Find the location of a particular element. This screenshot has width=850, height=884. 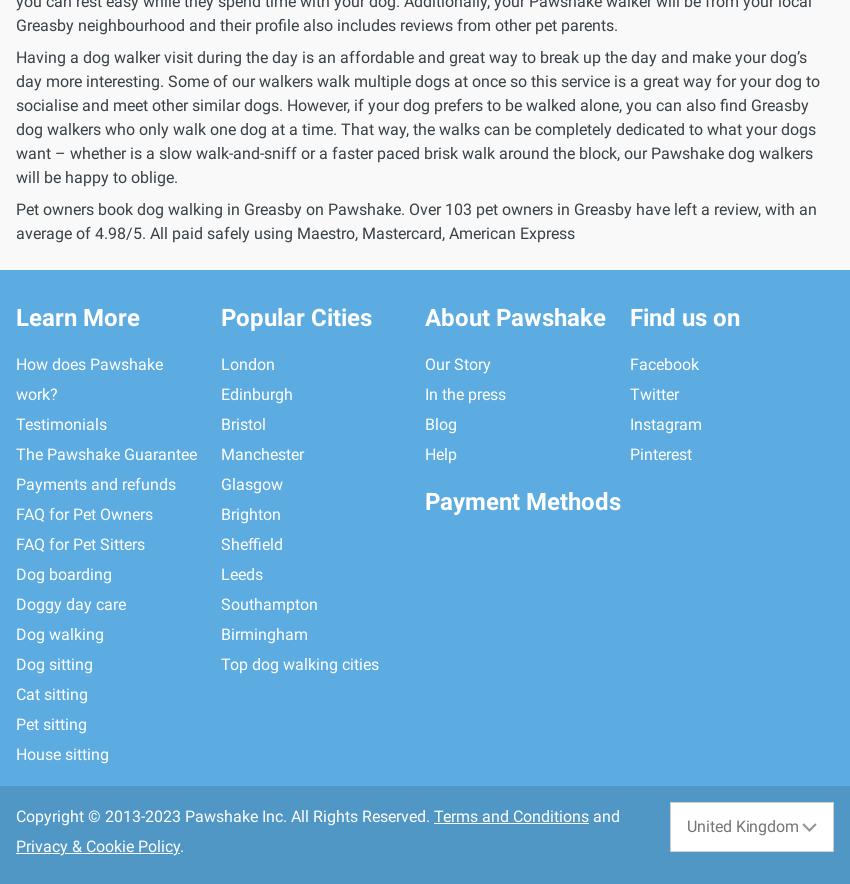

'How does Pawshake work?' is located at coordinates (88, 379).